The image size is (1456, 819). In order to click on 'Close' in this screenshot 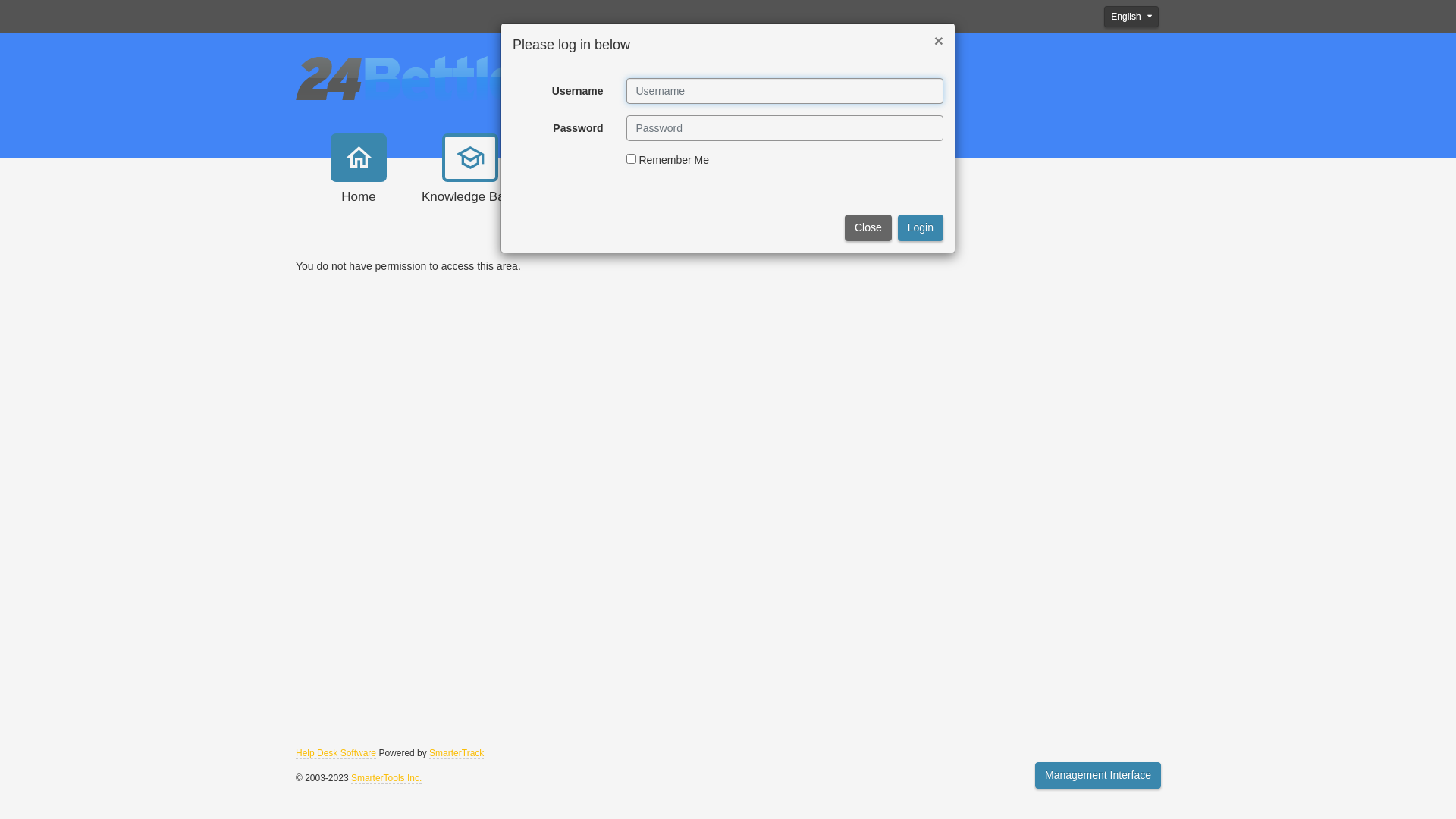, I will do `click(868, 227)`.